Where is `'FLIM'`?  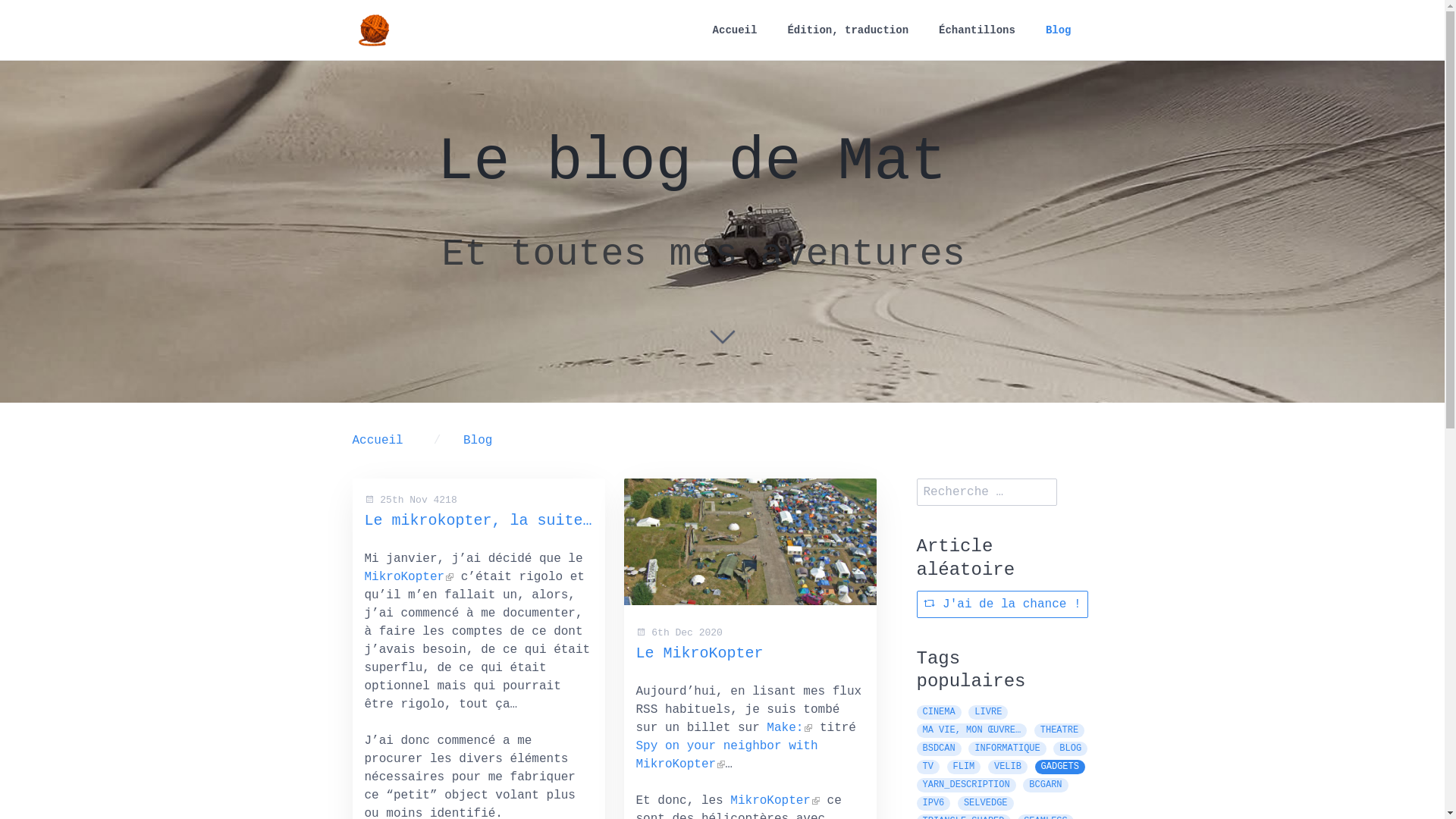
'FLIM' is located at coordinates (963, 767).